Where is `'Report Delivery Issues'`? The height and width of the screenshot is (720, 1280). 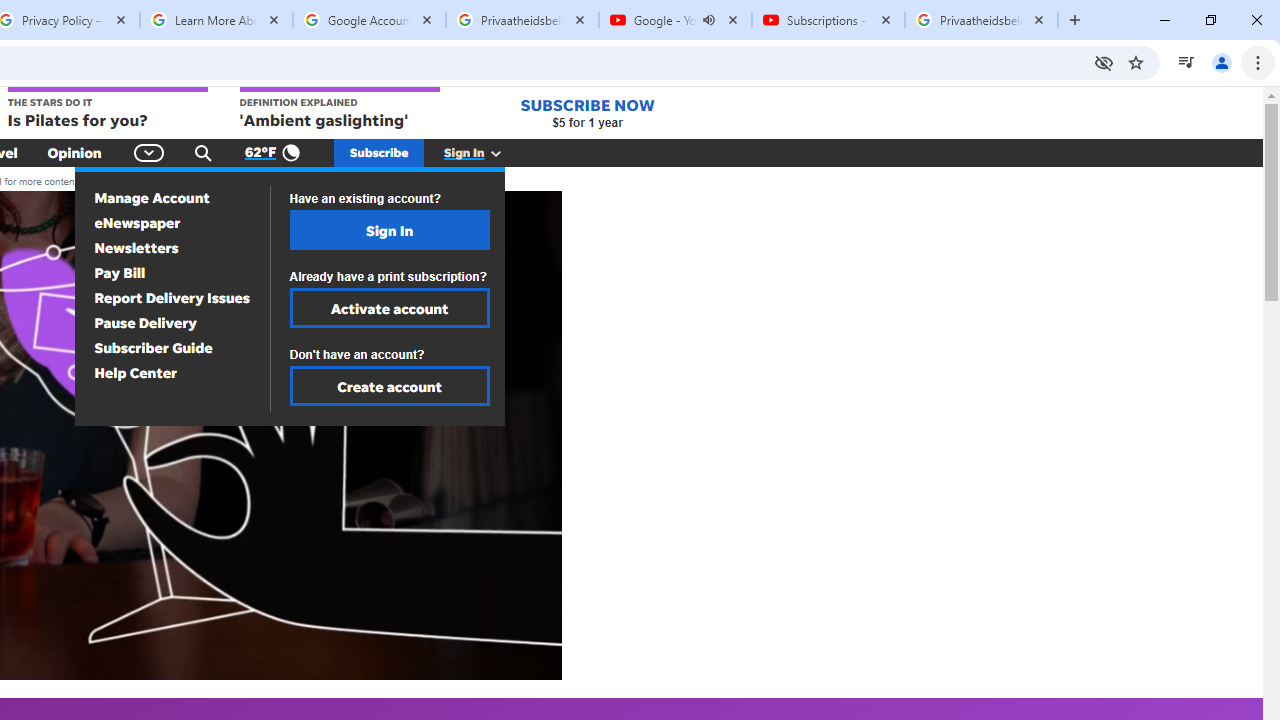 'Report Delivery Issues' is located at coordinates (172, 297).